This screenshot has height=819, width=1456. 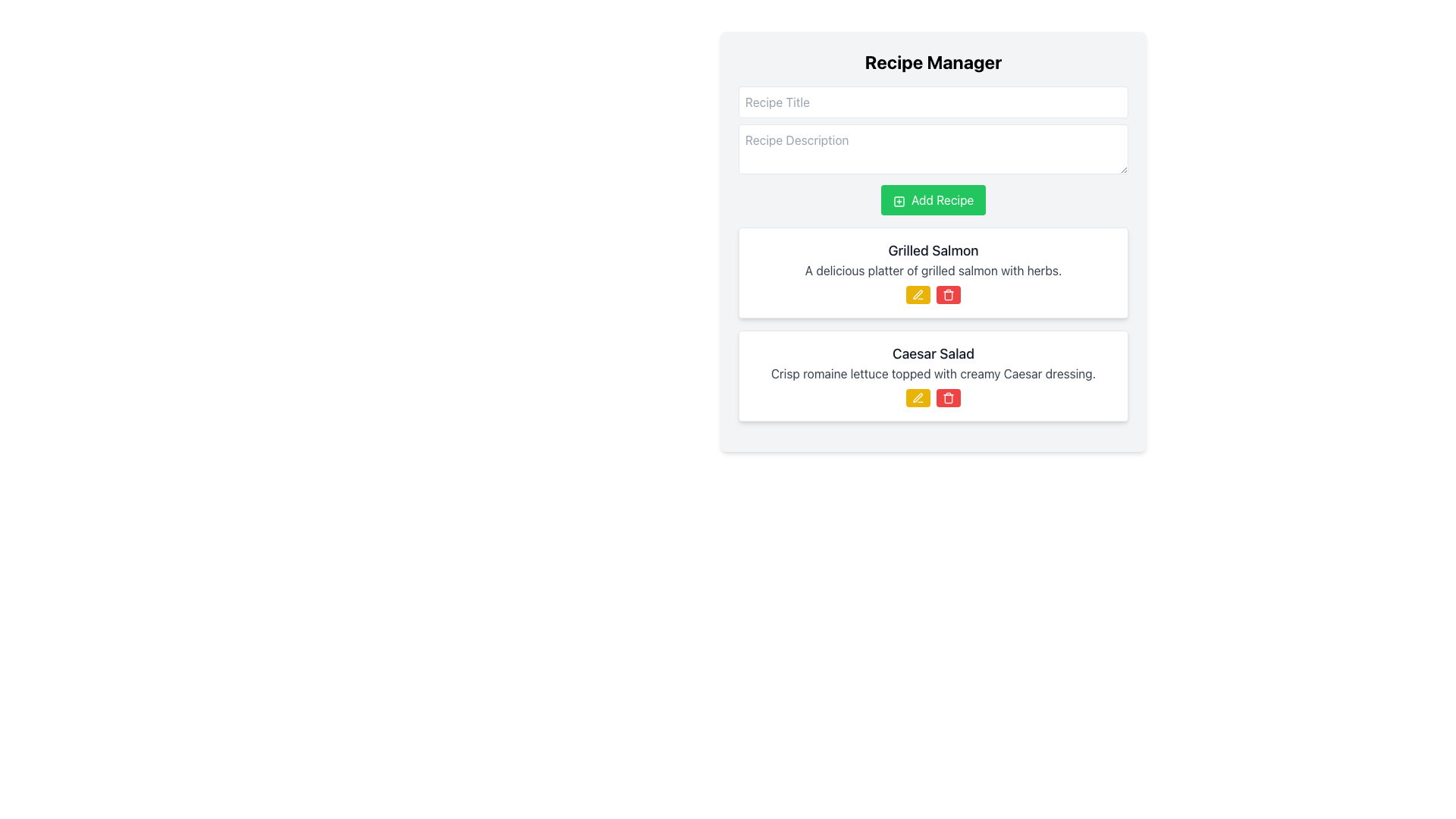 What do you see at coordinates (917, 397) in the screenshot?
I see `the small yellow button with a pen icon located in the bottom-right corner of the 'Caesar Salad' section` at bounding box center [917, 397].